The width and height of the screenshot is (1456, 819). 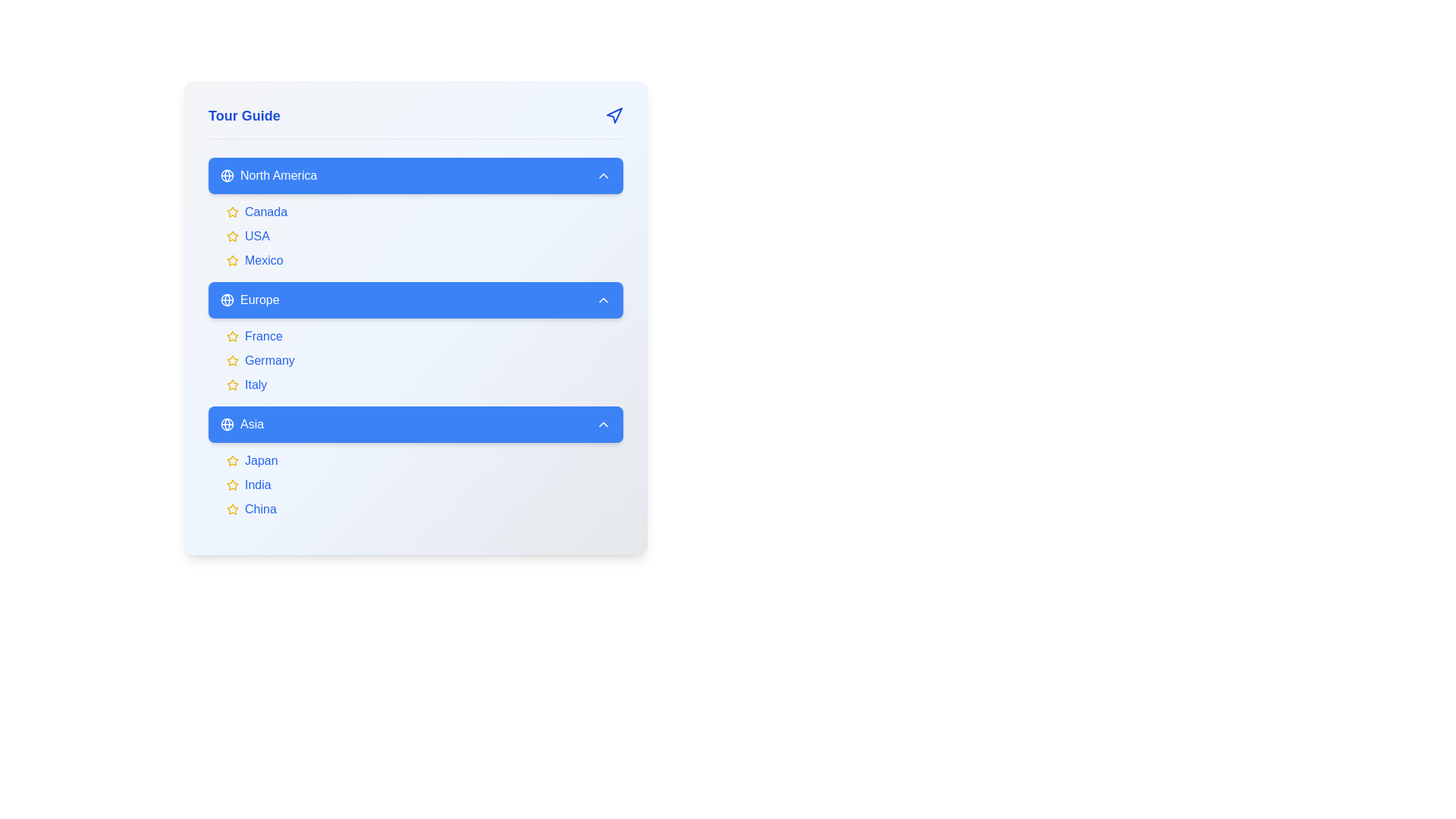 What do you see at coordinates (425, 335) in the screenshot?
I see `the yellow star icon of the list entry for France, which is the first item under the Europe category` at bounding box center [425, 335].